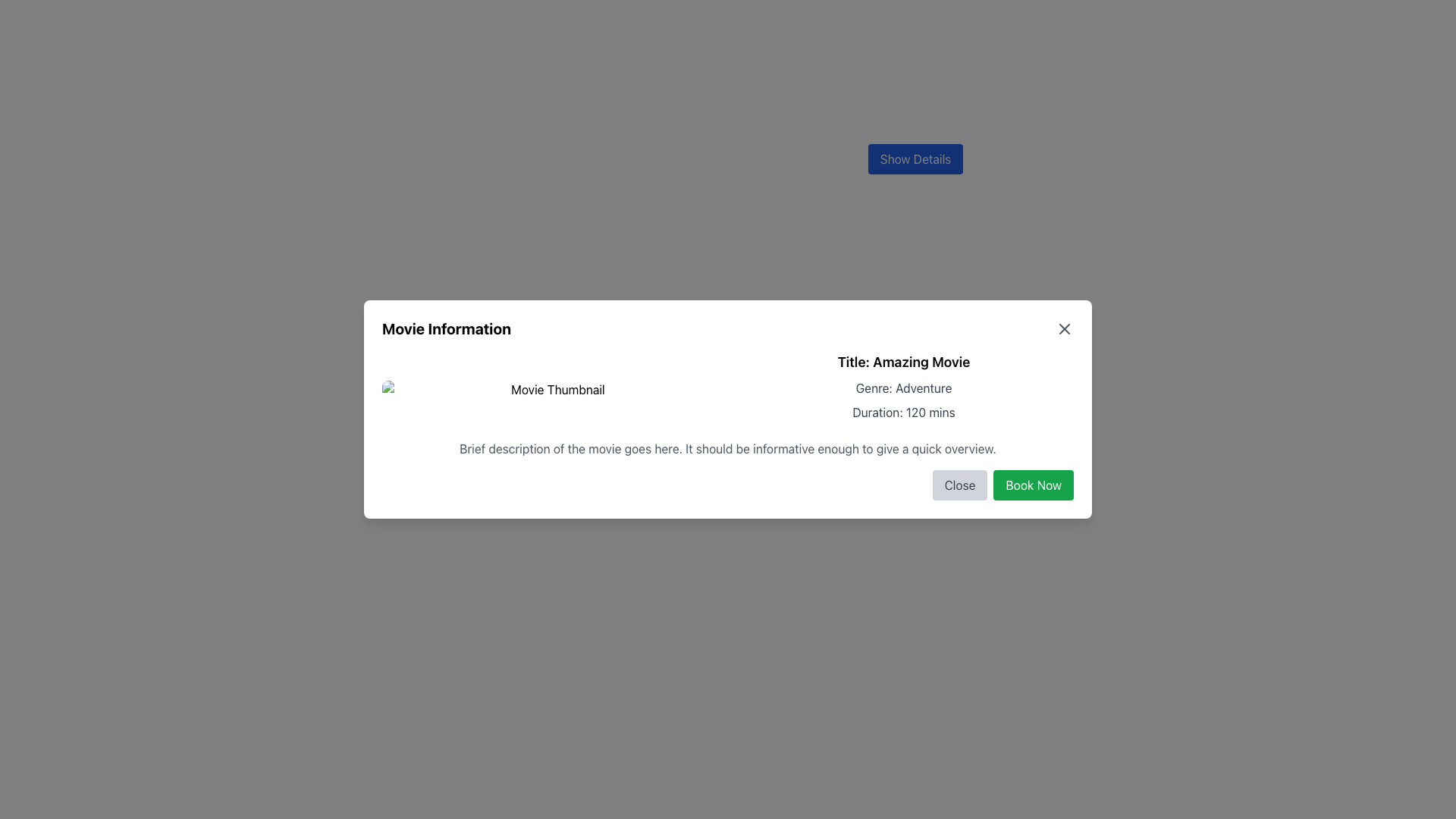  What do you see at coordinates (903, 412) in the screenshot?
I see `the text label displaying the movie duration, which is located beneath 'Genre: Adventure' and above the blank space in the movie details section` at bounding box center [903, 412].